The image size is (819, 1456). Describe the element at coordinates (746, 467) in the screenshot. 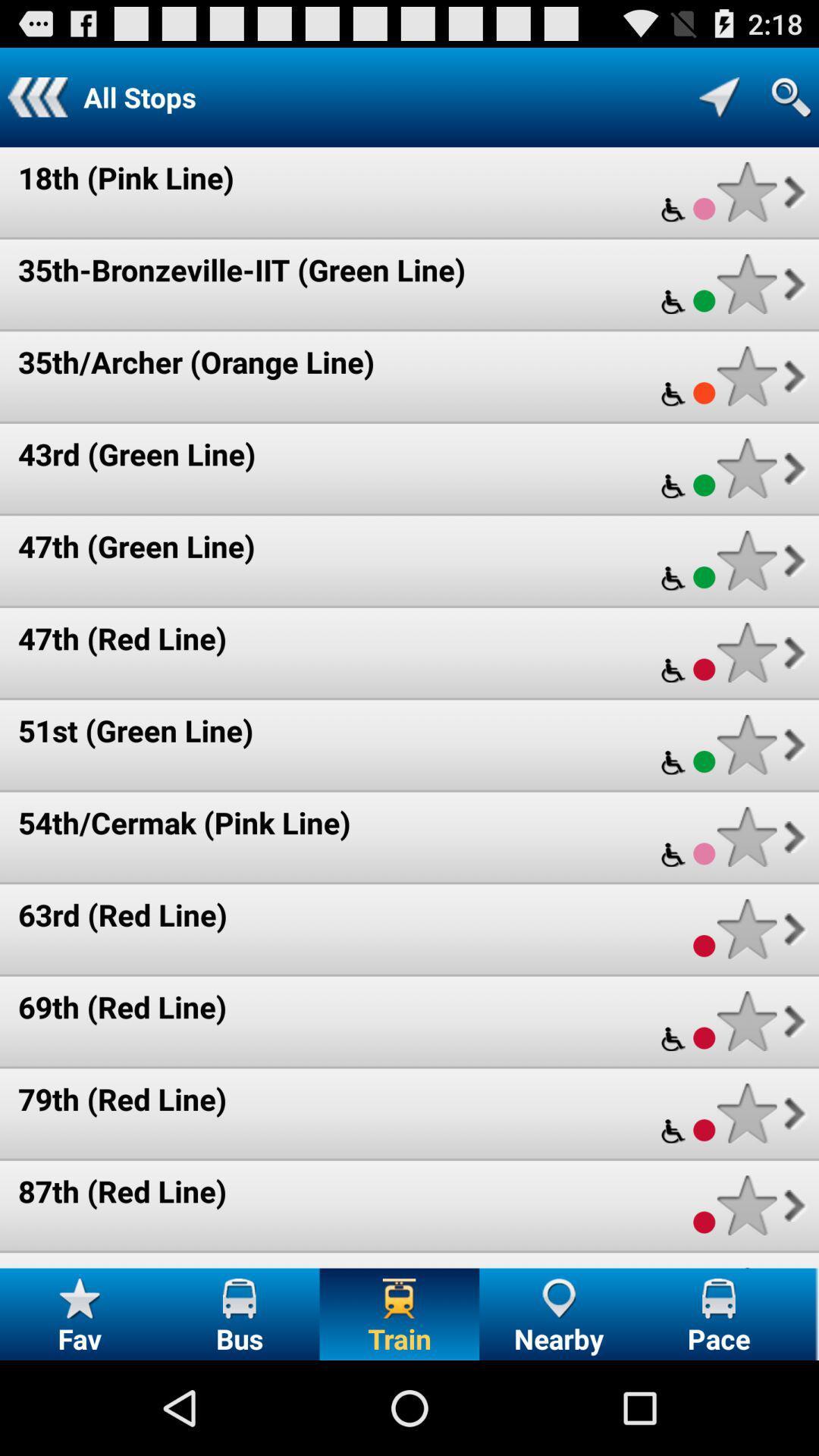

I see `to favorite` at that location.